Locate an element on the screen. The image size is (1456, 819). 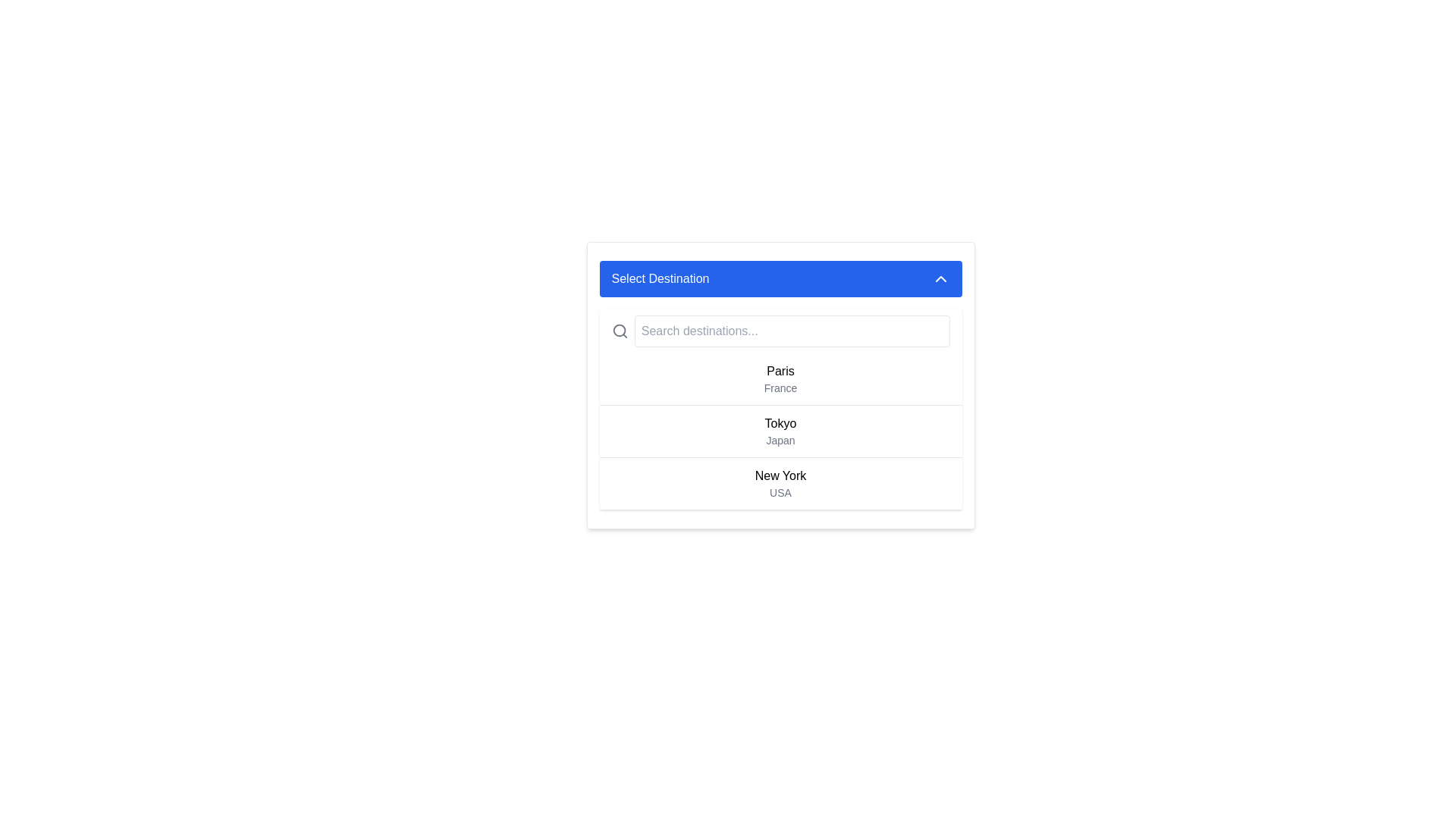
the text display element providing additional information about 'Paris', which indicates the country 'France', located centrally below the main label 'Paris' in the dropdown list is located at coordinates (780, 388).